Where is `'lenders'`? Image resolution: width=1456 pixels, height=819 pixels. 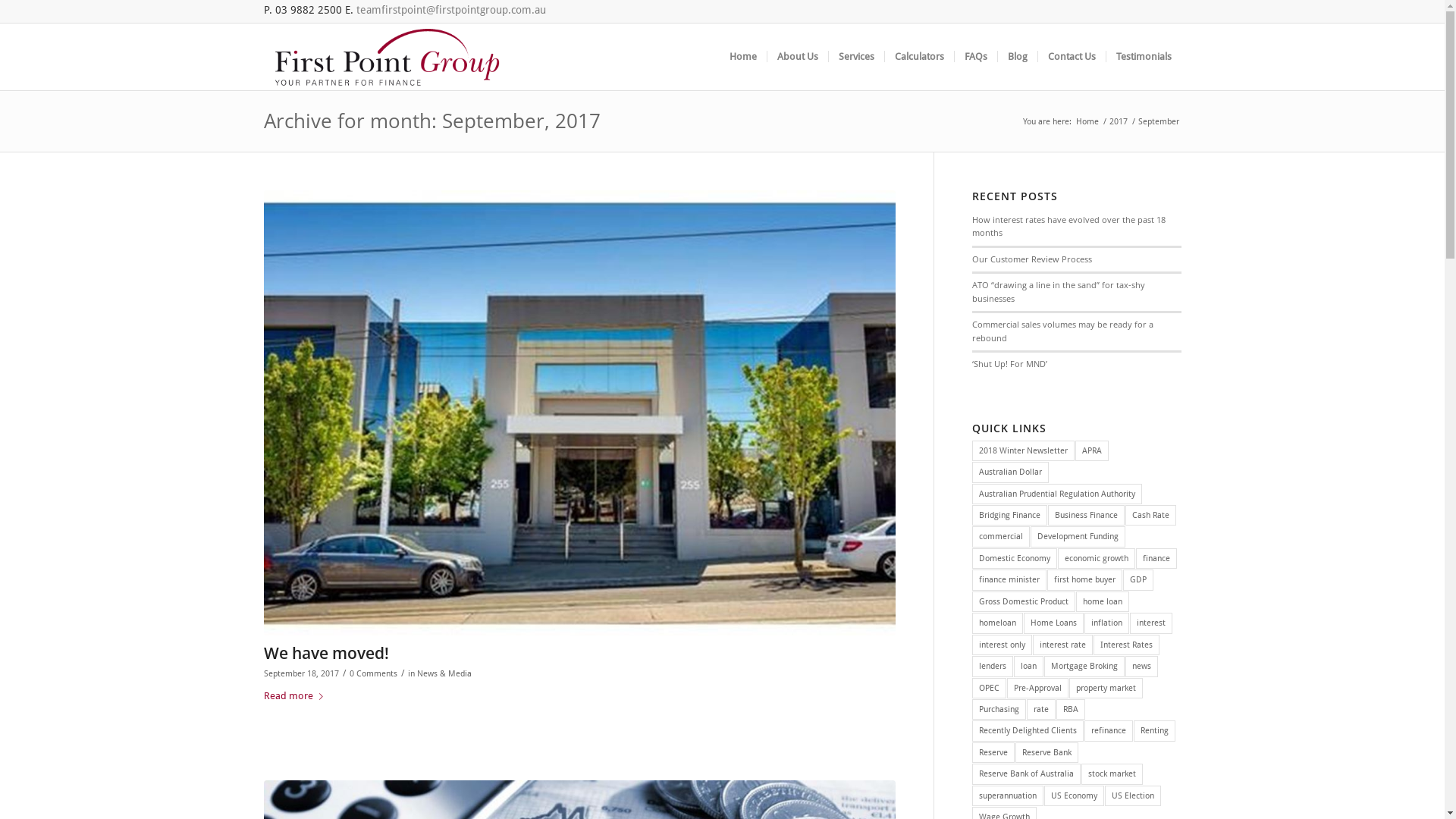 'lenders' is located at coordinates (993, 665).